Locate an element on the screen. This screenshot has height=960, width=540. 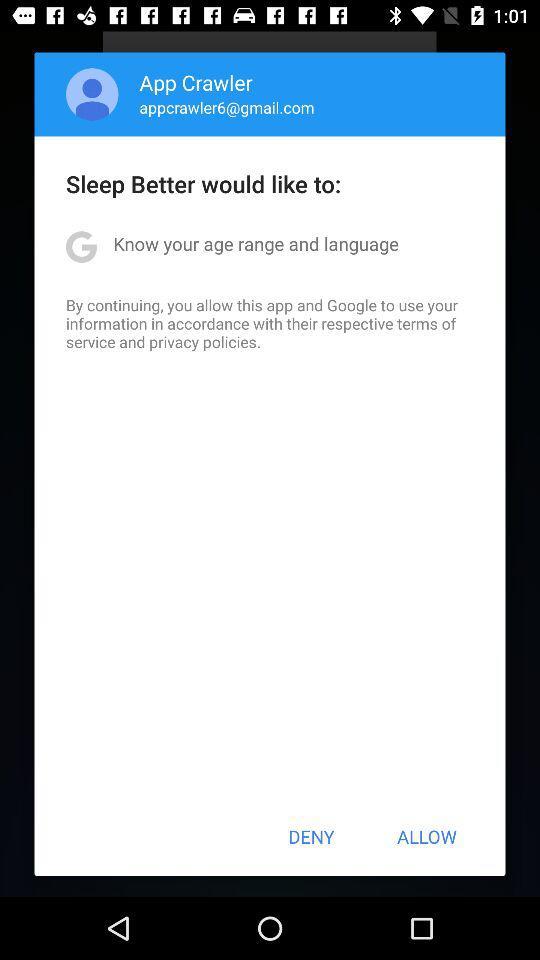
the app above by continuing you is located at coordinates (256, 242).